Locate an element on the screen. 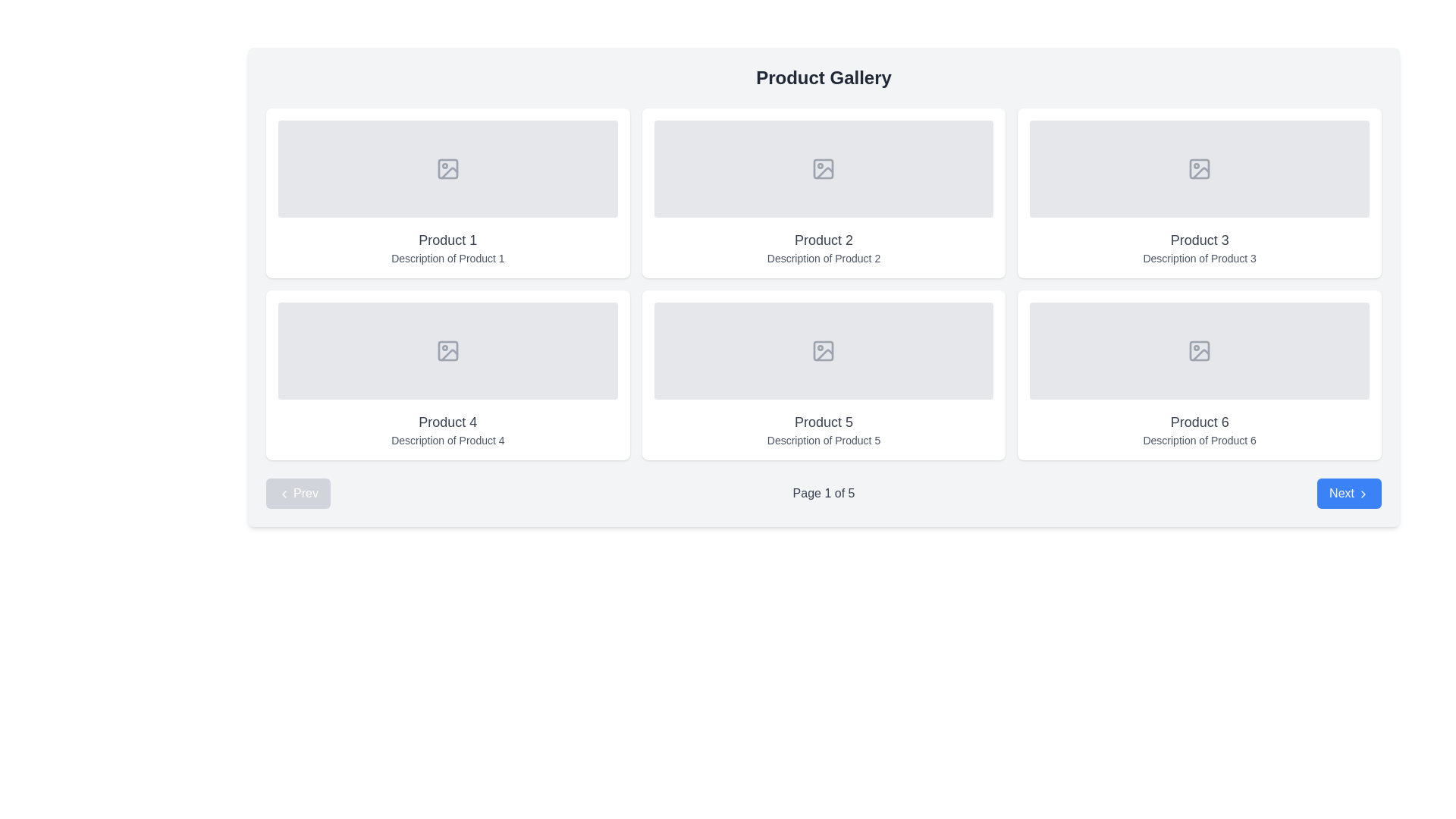  the text element displaying 'Page 1 of 5', which is styled in gray and located at the center bottom of the interface, between the 'Prev' and 'Next' buttons is located at coordinates (823, 494).